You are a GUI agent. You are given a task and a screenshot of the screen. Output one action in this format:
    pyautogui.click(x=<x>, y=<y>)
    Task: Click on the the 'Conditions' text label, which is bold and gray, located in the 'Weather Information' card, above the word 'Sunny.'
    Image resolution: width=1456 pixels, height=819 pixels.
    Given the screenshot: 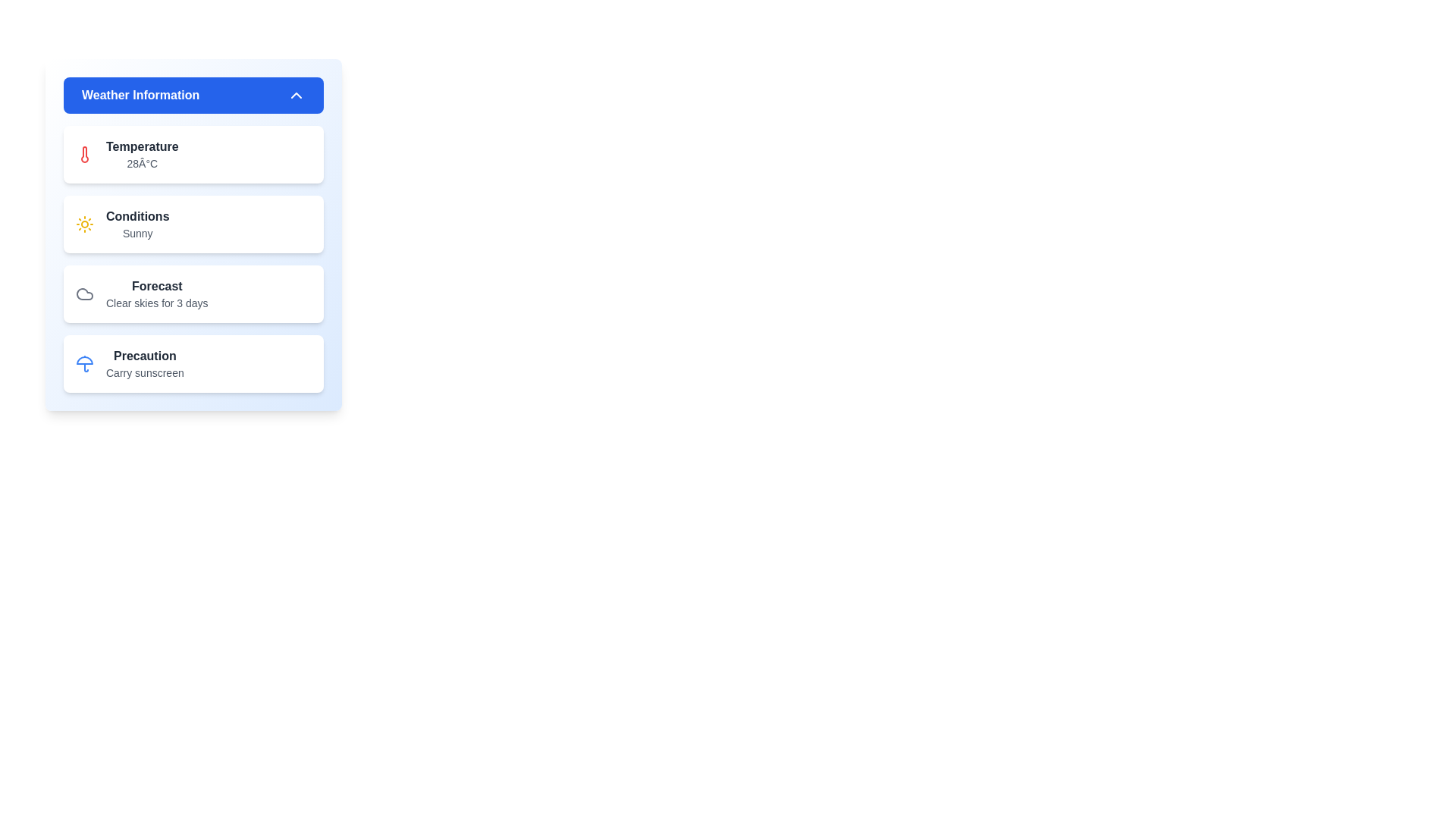 What is the action you would take?
    pyautogui.click(x=137, y=216)
    